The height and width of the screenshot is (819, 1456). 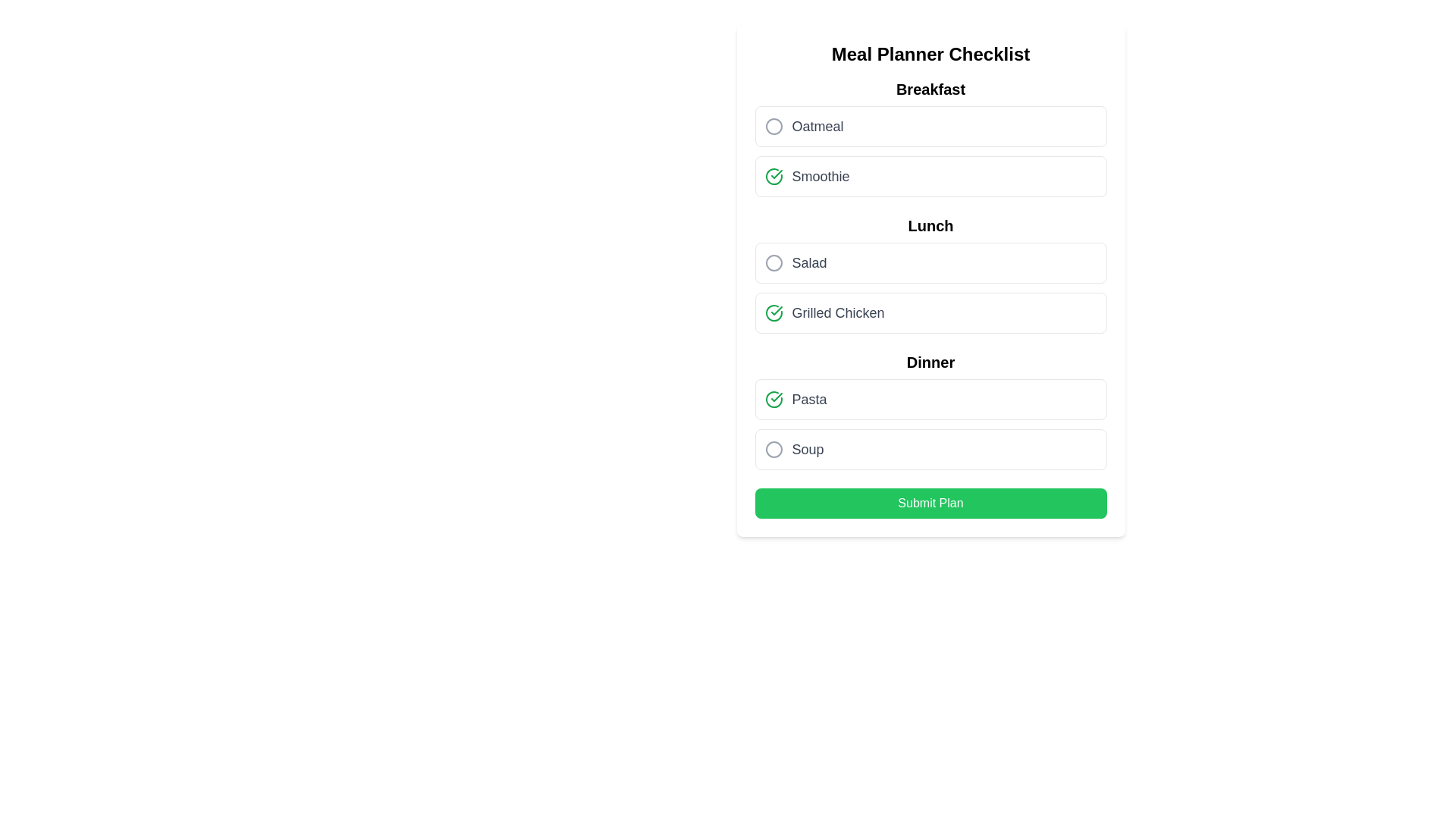 What do you see at coordinates (773, 399) in the screenshot?
I see `the icon indicating the checked state for 'Pasta' in the Dinner section of the Meal Planner Checklist` at bounding box center [773, 399].